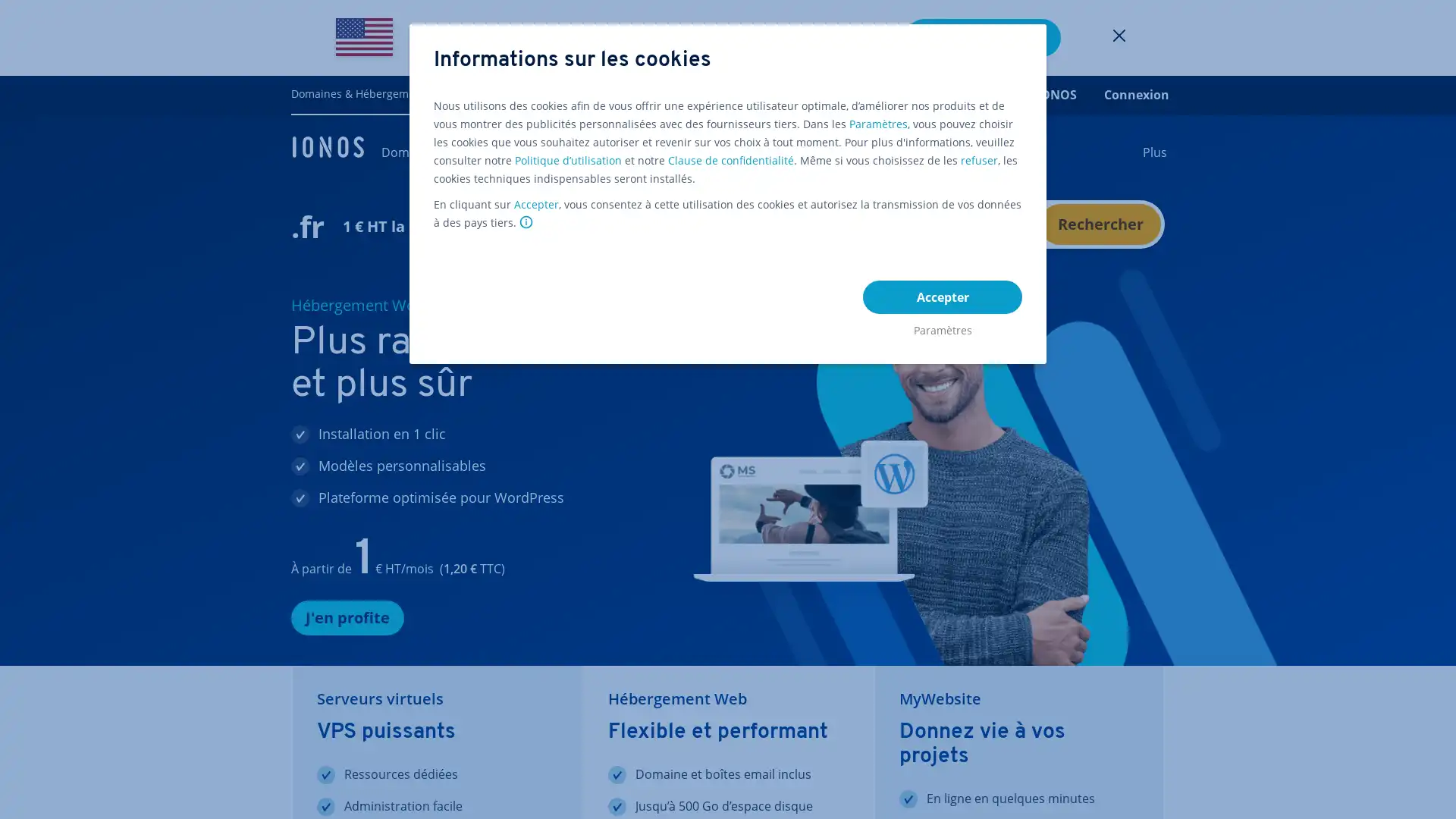 The image size is (1456, 819). What do you see at coordinates (410, 152) in the screenshot?
I see `Domaines` at bounding box center [410, 152].